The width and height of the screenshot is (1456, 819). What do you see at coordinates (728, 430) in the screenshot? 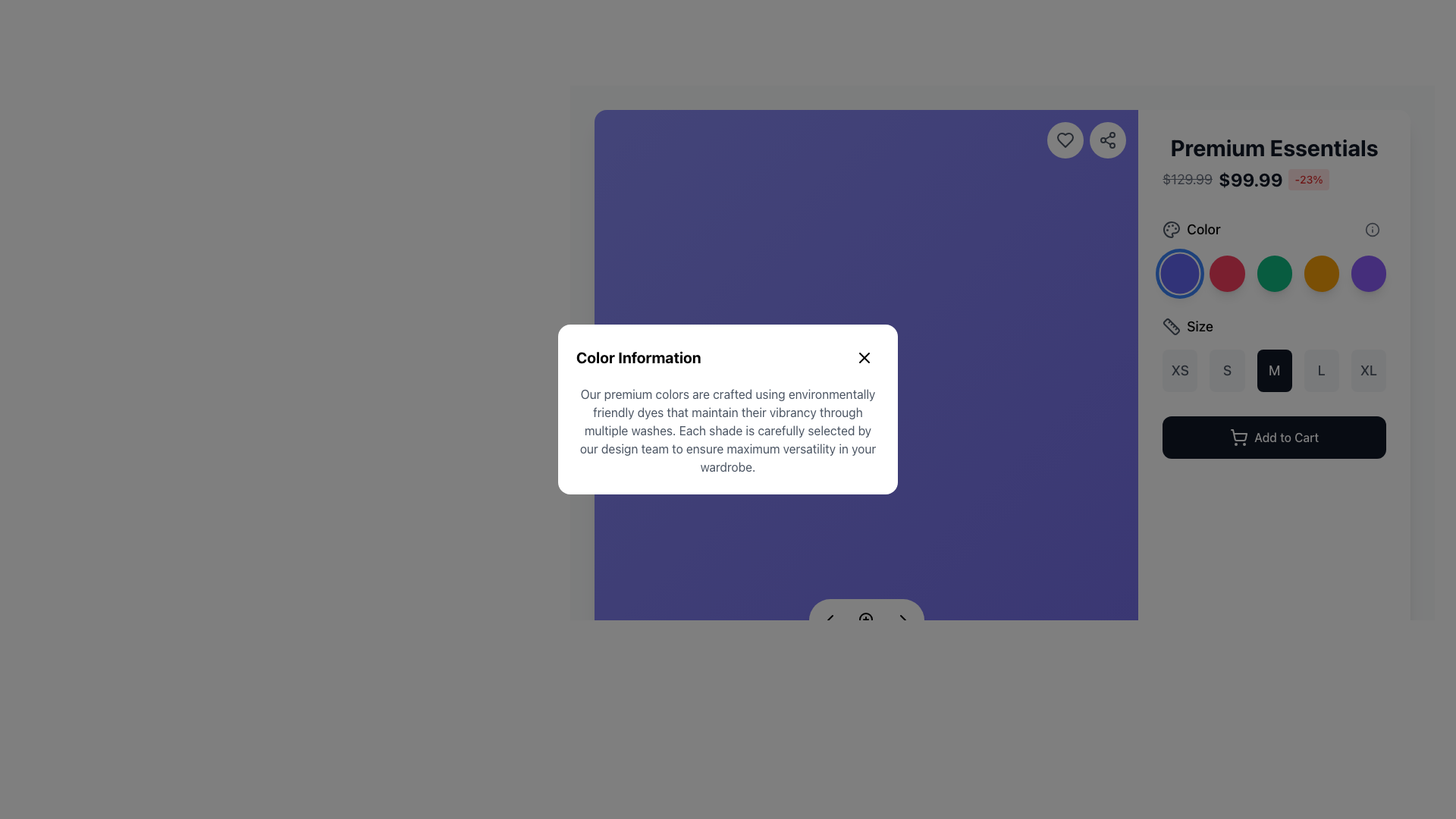
I see `text content of the paragraph section within the modal labeled 'Color Information', located below the header and close button` at bounding box center [728, 430].